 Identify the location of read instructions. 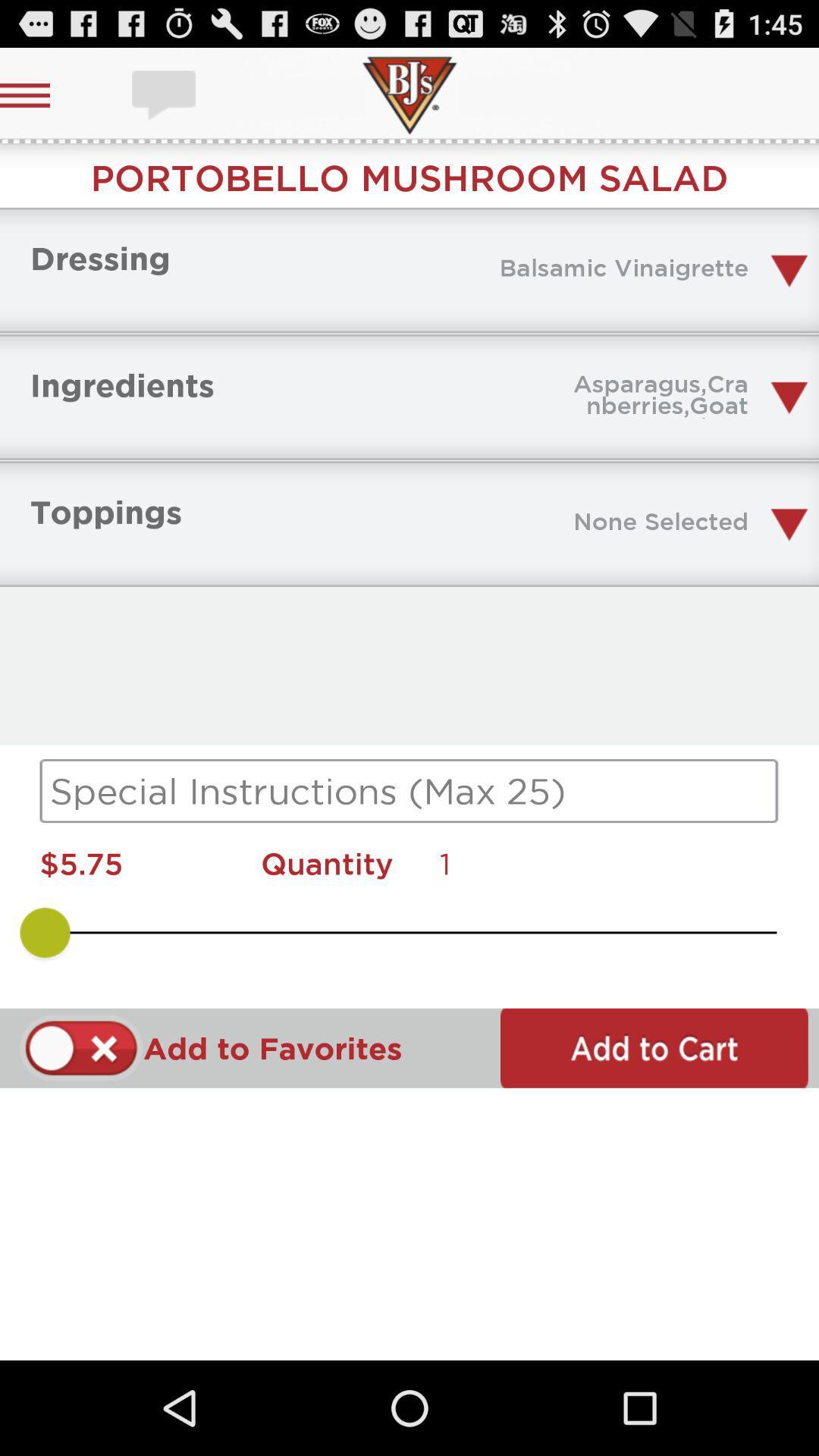
(409, 790).